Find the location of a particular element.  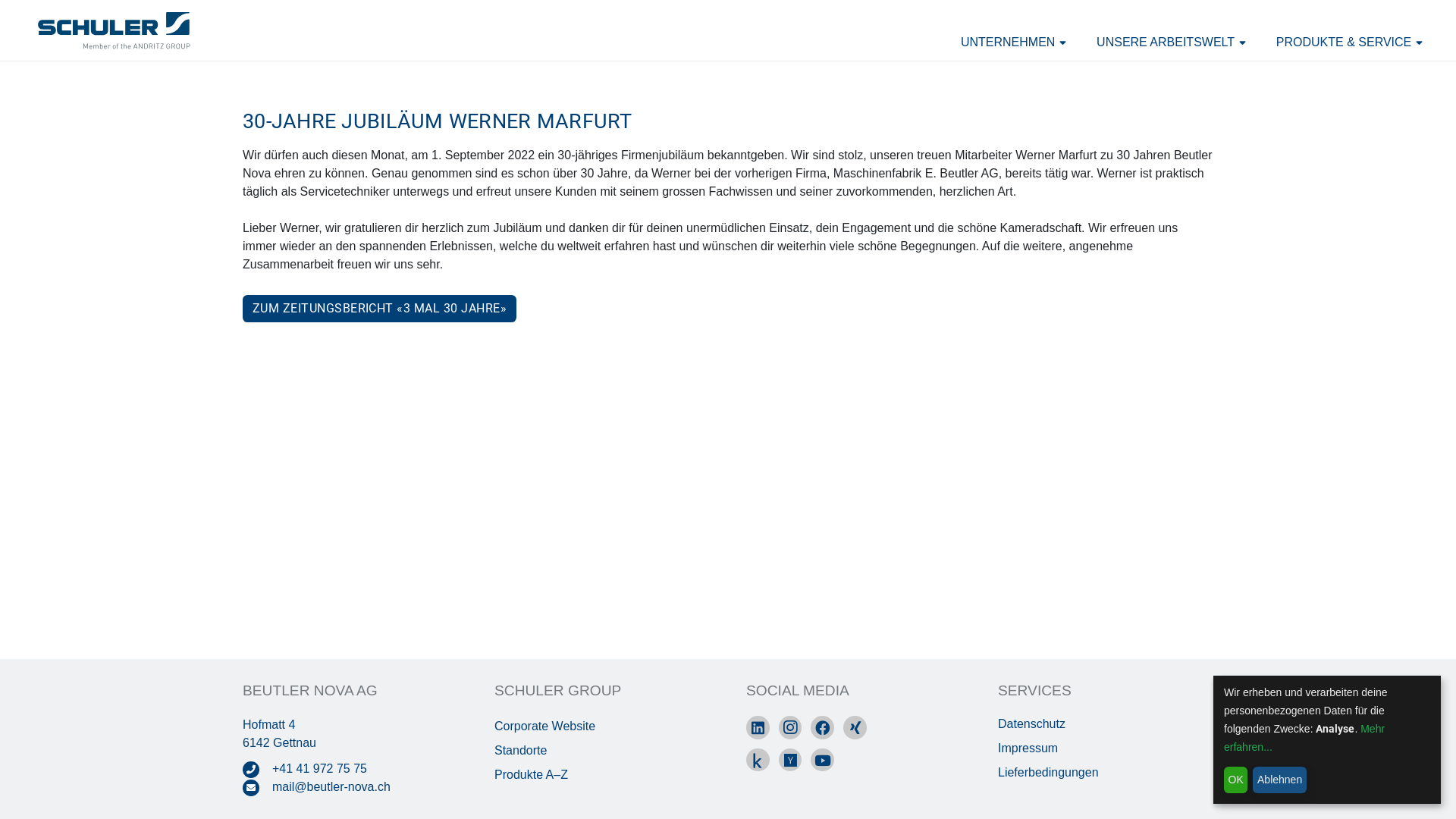

'Facebook' is located at coordinates (821, 726).